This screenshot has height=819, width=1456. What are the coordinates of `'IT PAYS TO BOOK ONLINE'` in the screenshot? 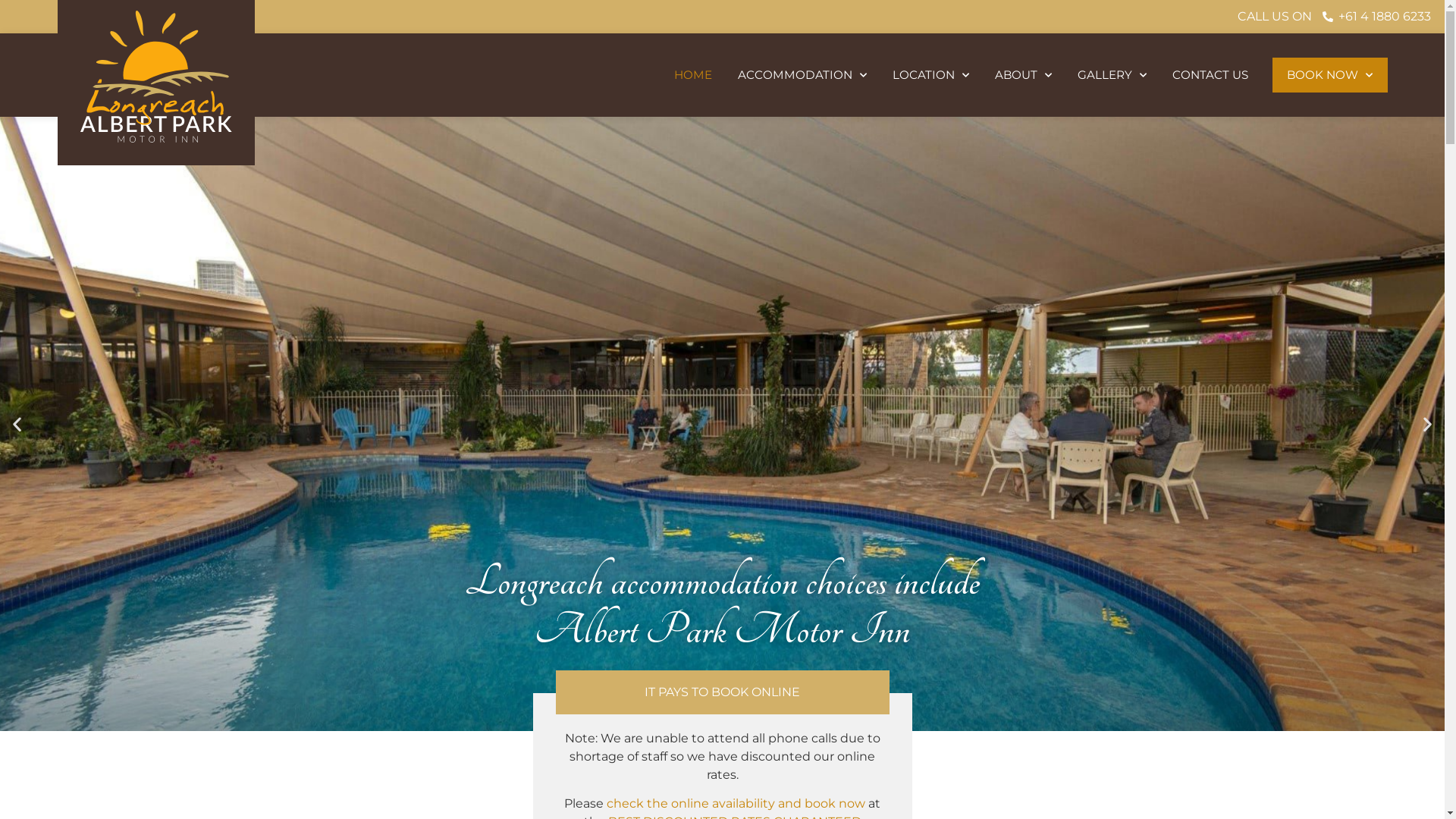 It's located at (721, 692).